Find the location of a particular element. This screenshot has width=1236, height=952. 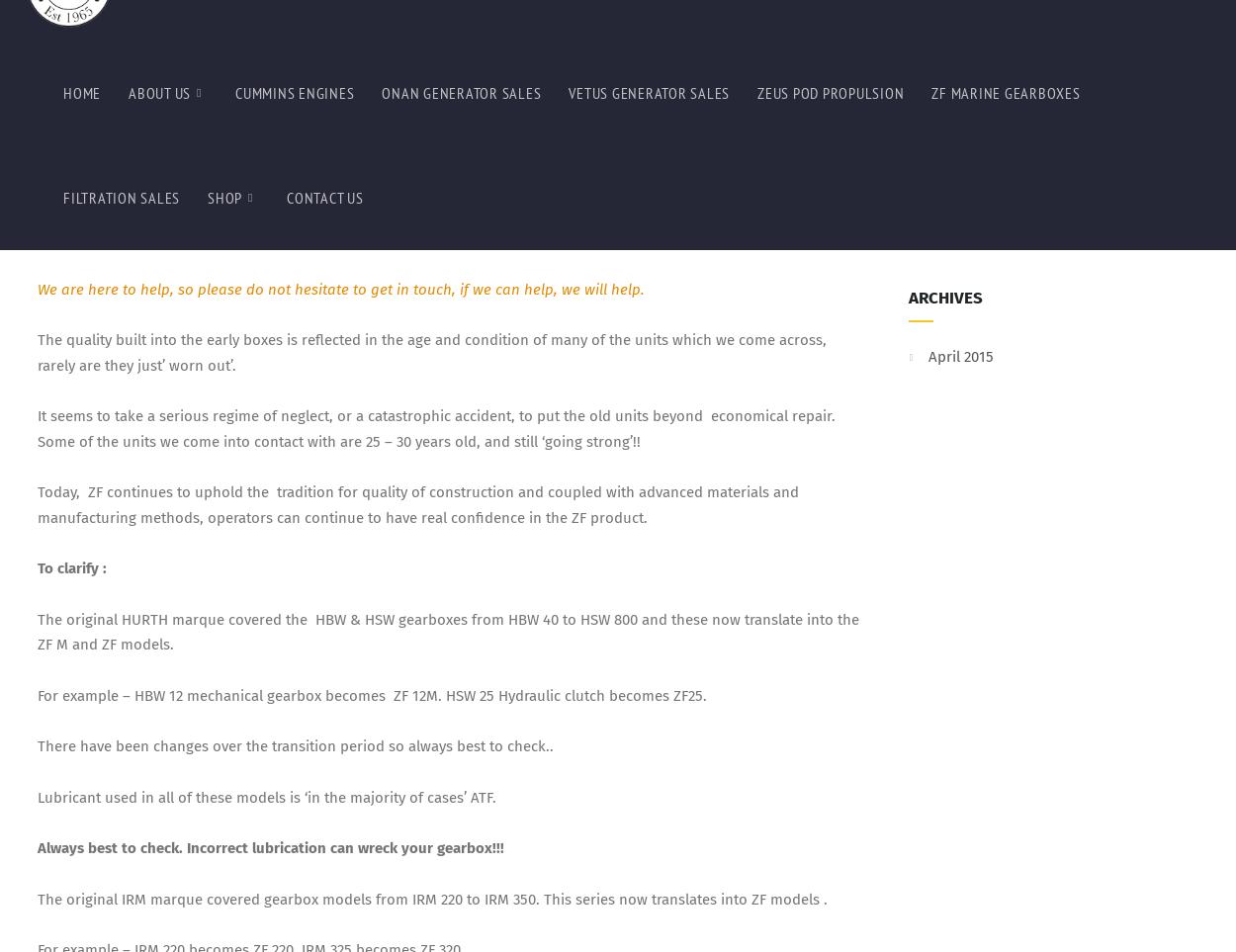

'BW 195 becomes ZF1950.' is located at coordinates (118, 604).